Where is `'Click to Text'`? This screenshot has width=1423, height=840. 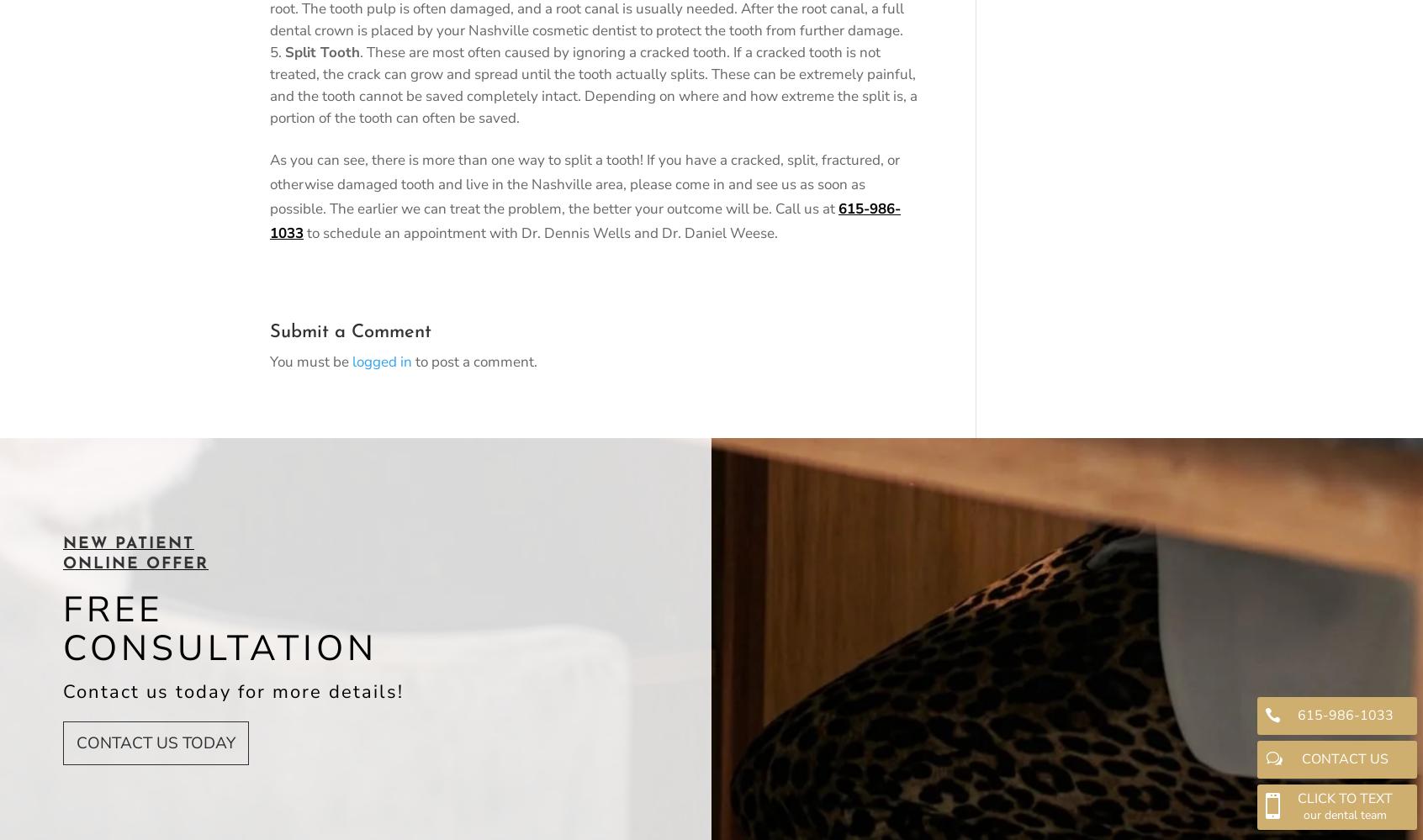
'Click to Text' is located at coordinates (1344, 796).